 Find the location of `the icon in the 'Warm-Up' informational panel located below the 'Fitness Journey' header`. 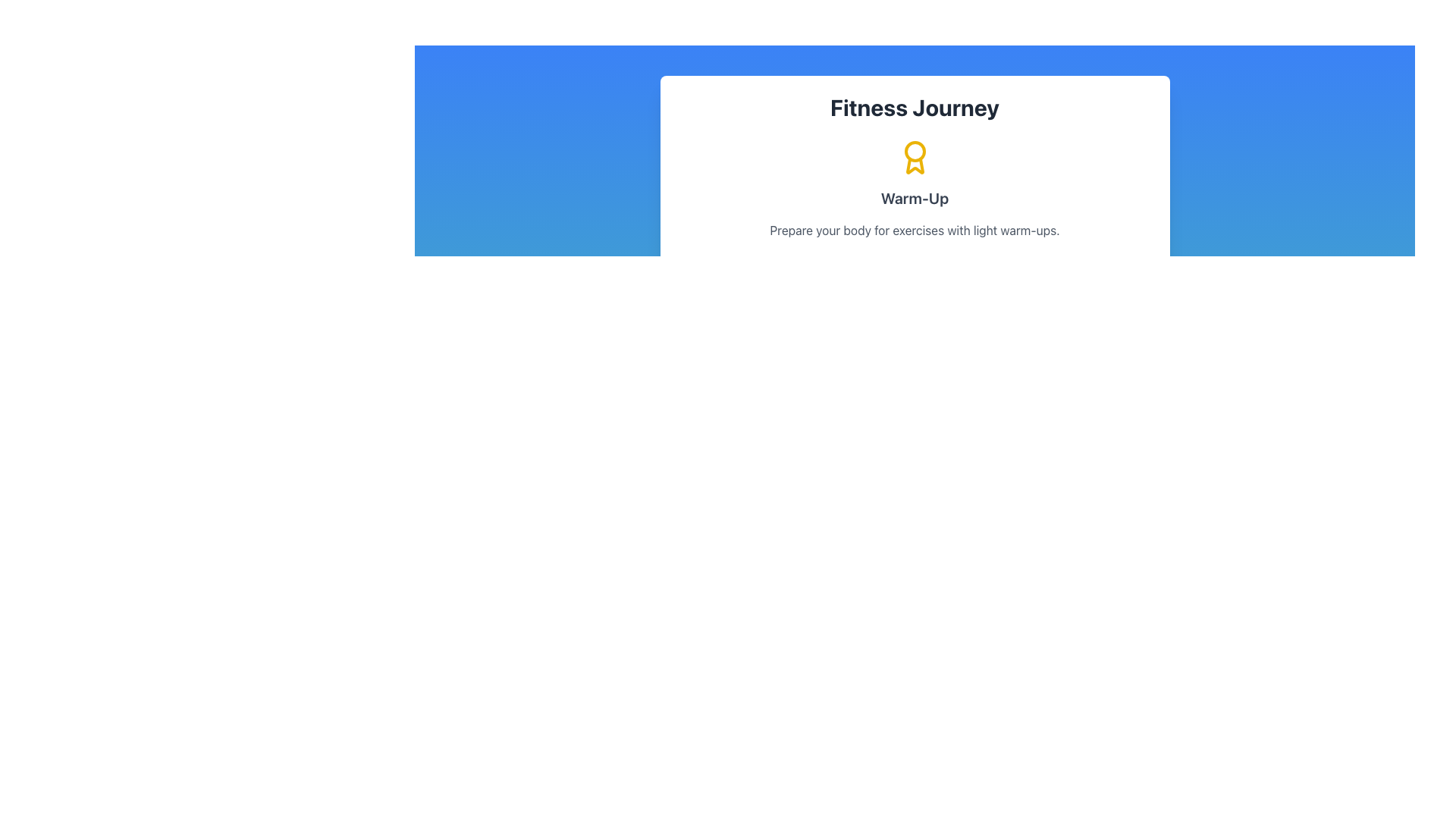

the icon in the 'Warm-Up' informational panel located below the 'Fitness Journey' header is located at coordinates (914, 189).